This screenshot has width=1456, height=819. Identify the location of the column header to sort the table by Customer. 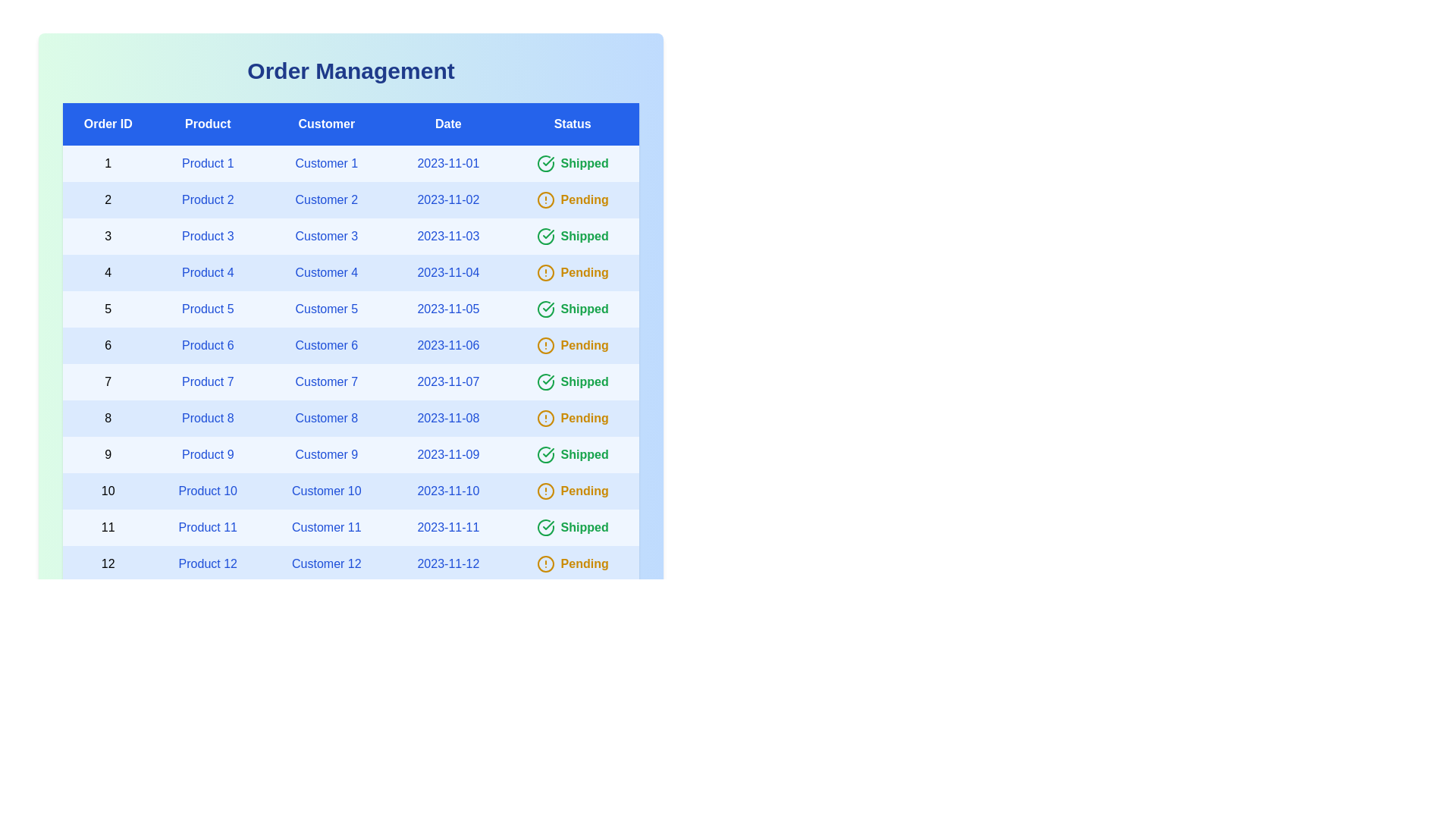
(325, 124).